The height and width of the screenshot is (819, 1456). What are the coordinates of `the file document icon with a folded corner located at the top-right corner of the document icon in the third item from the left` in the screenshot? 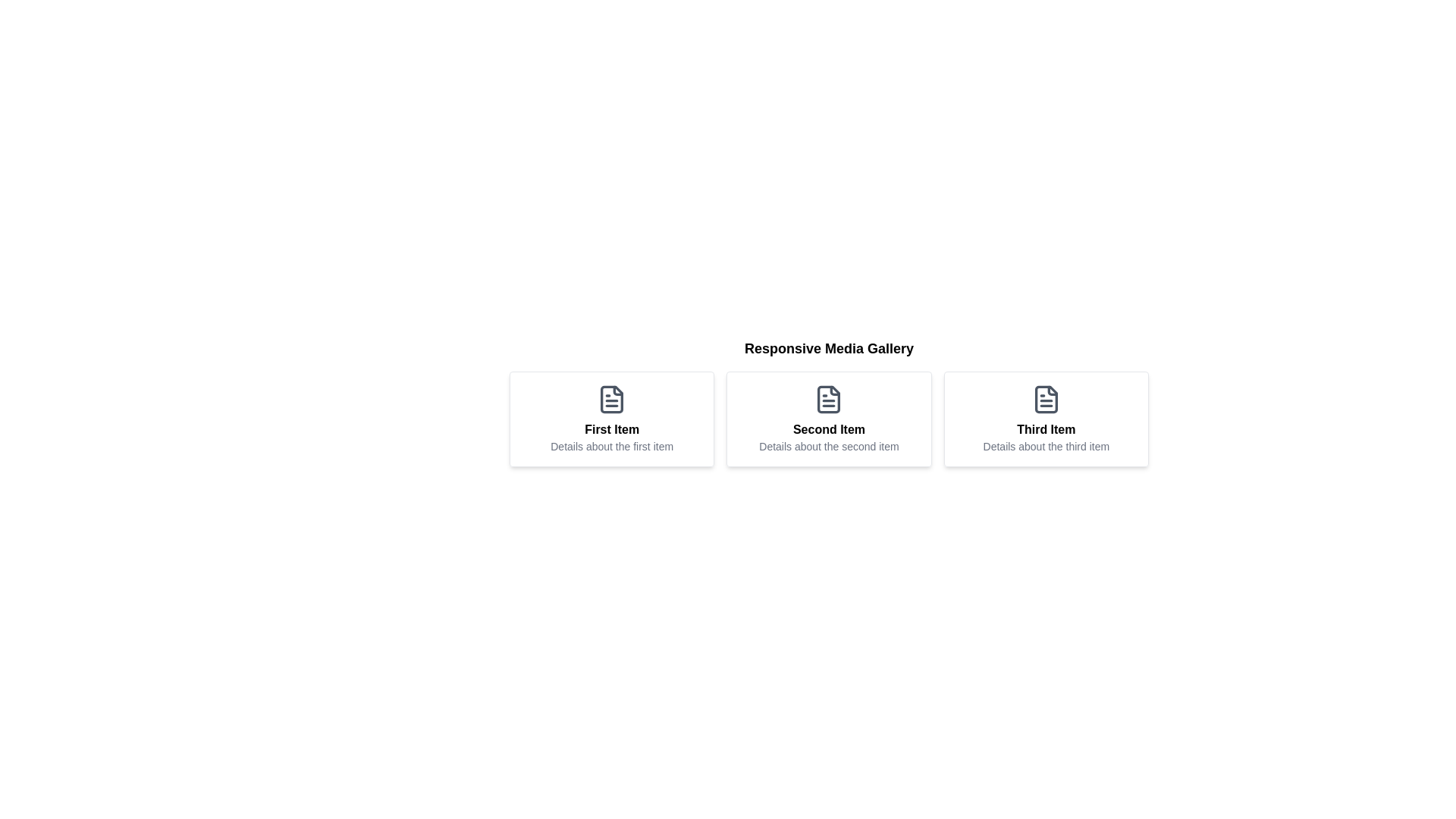 It's located at (1052, 390).